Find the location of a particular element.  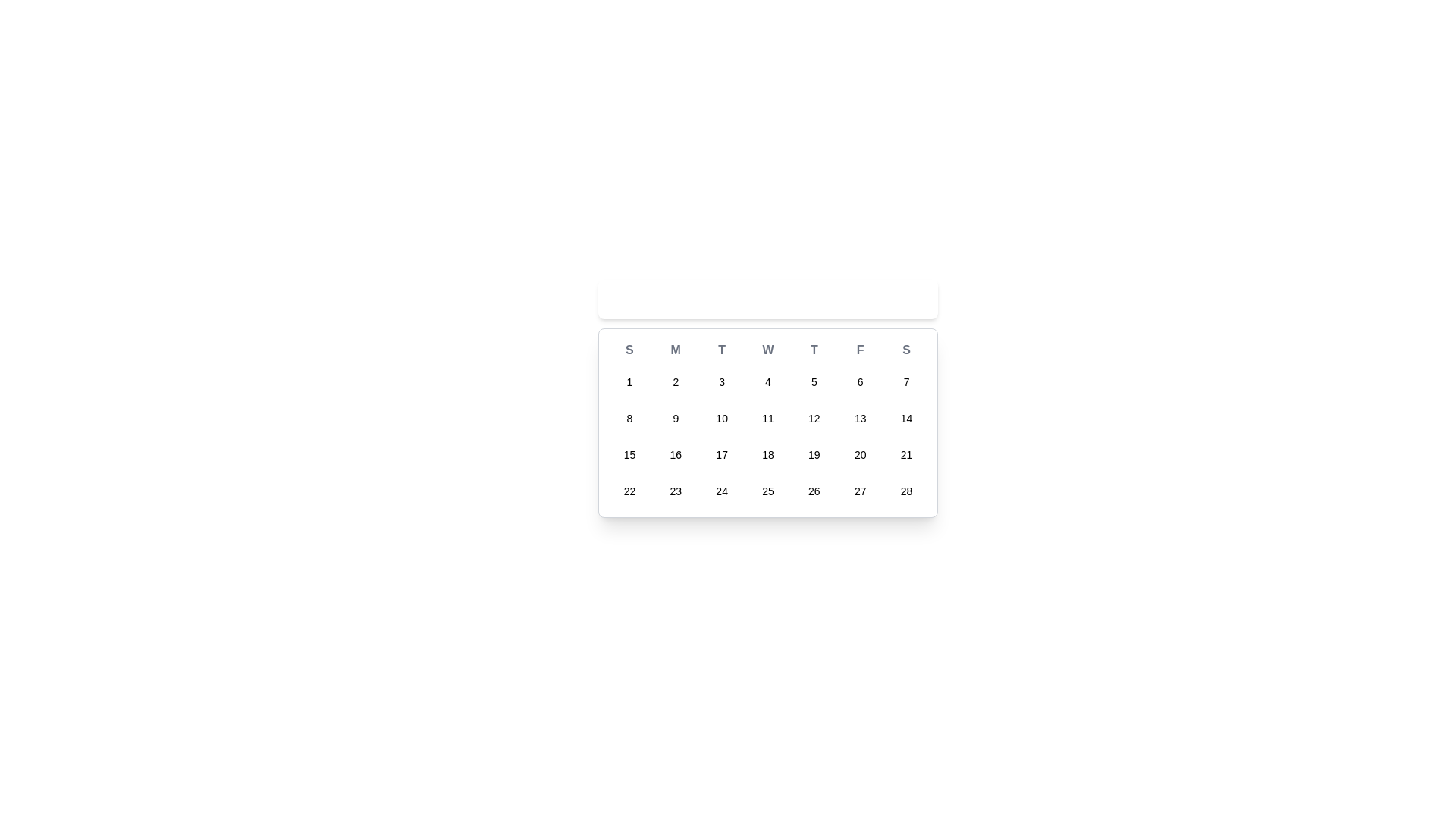

the calendar cell displaying the number '15' is located at coordinates (629, 454).